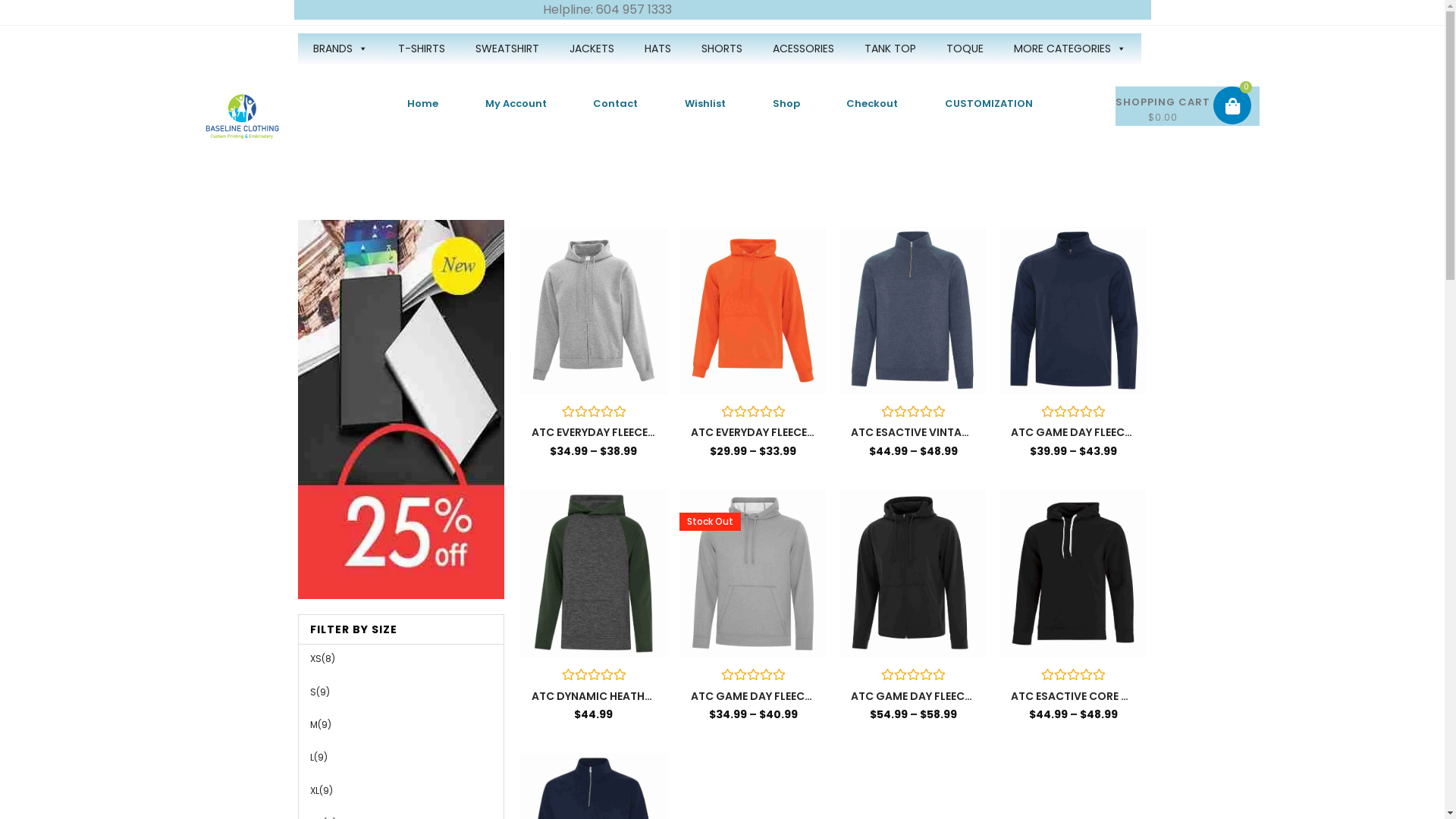 Image resolution: width=1456 pixels, height=819 pixels. I want to click on 'L', so click(310, 757).